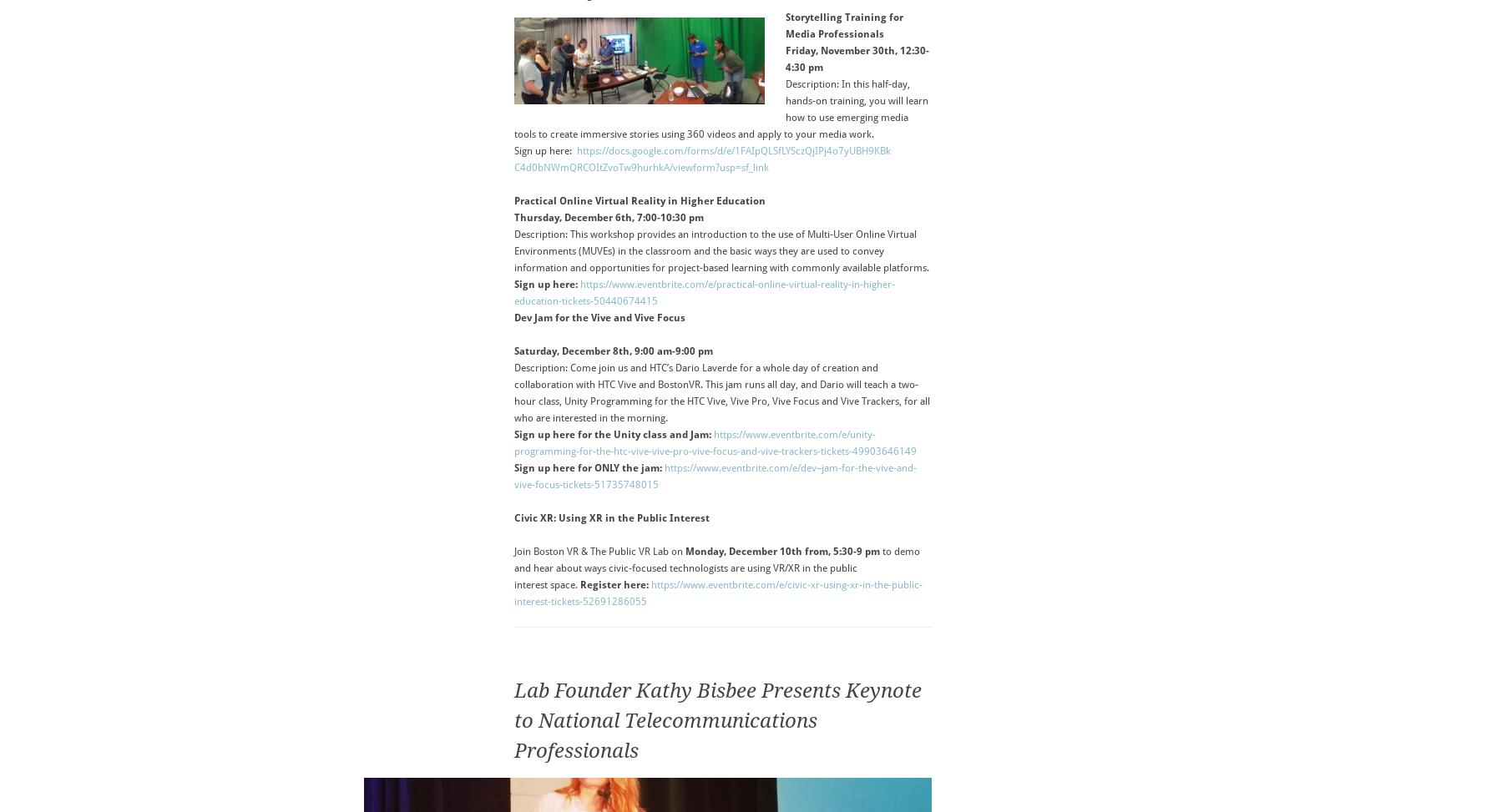 This screenshot has height=812, width=1512. Describe the element at coordinates (618, 317) in the screenshot. I see `'for the Vive and Vive Focus'` at that location.